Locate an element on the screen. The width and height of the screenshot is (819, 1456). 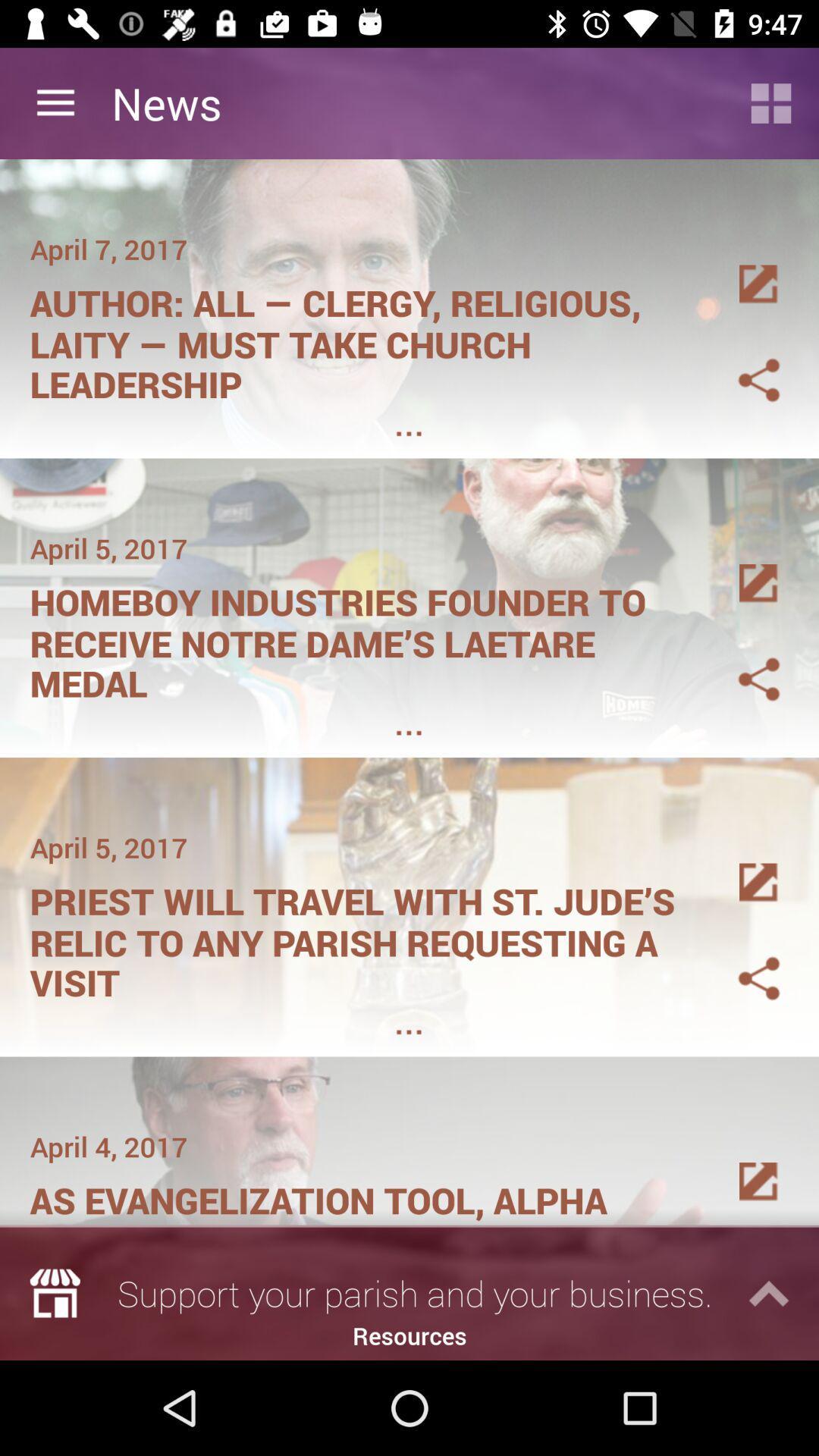
the homeboy industries founder icon is located at coordinates (362, 638).